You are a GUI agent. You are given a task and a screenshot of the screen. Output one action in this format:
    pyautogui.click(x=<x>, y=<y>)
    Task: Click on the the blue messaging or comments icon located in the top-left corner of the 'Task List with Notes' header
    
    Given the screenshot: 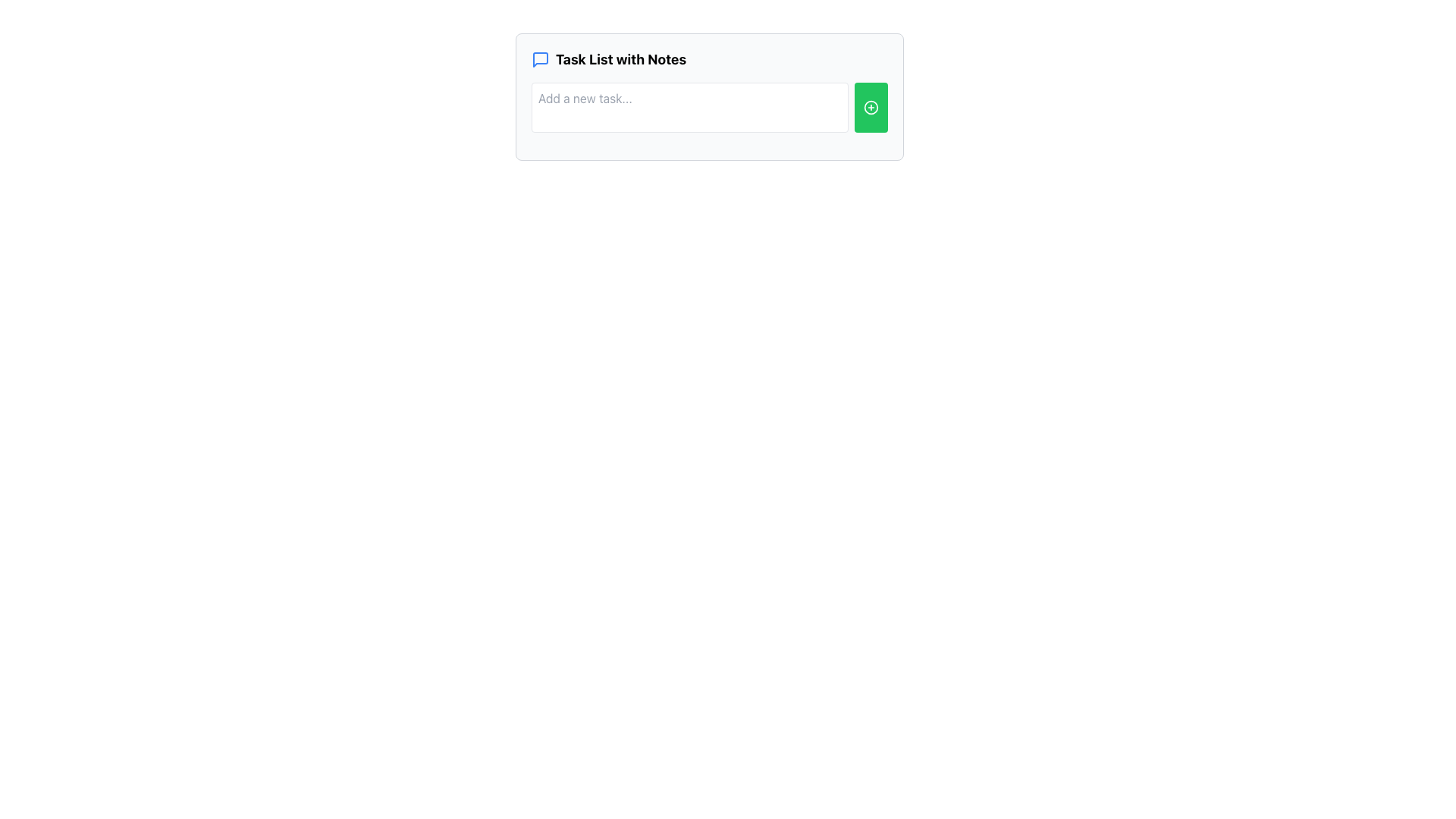 What is the action you would take?
    pyautogui.click(x=541, y=58)
    